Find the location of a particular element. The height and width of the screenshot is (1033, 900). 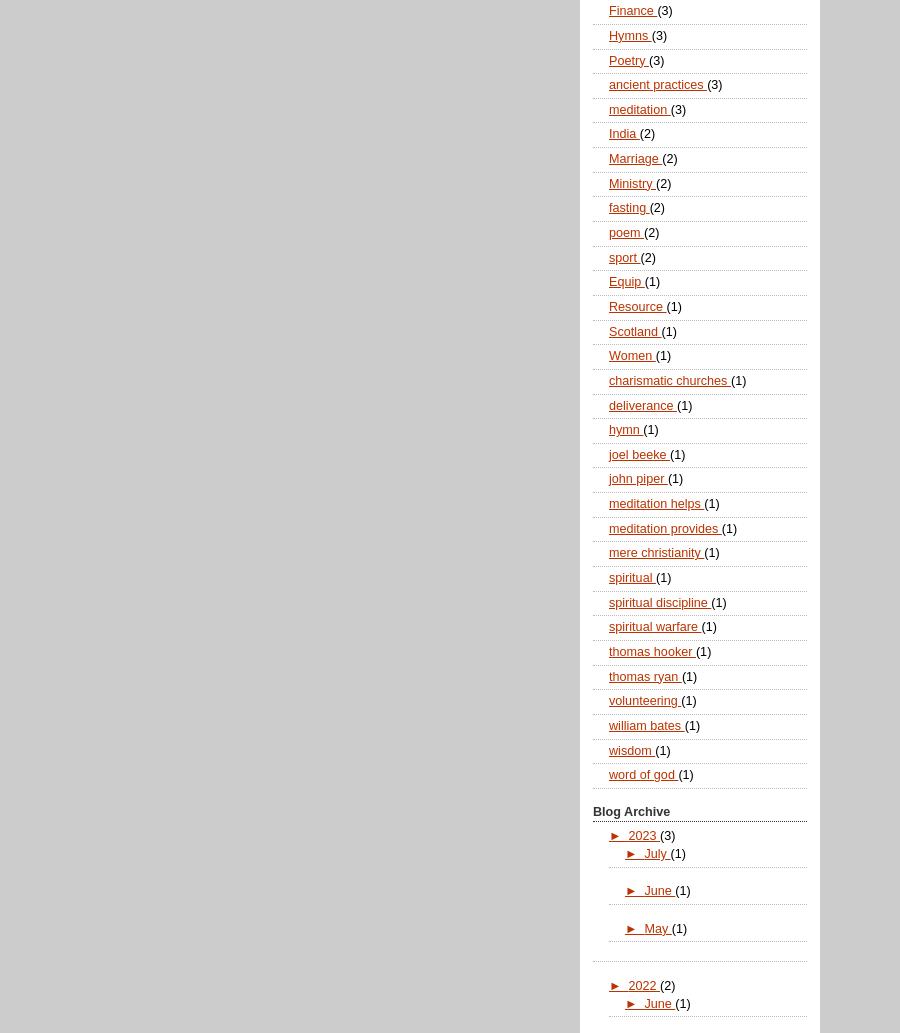

'2023' is located at coordinates (644, 836).